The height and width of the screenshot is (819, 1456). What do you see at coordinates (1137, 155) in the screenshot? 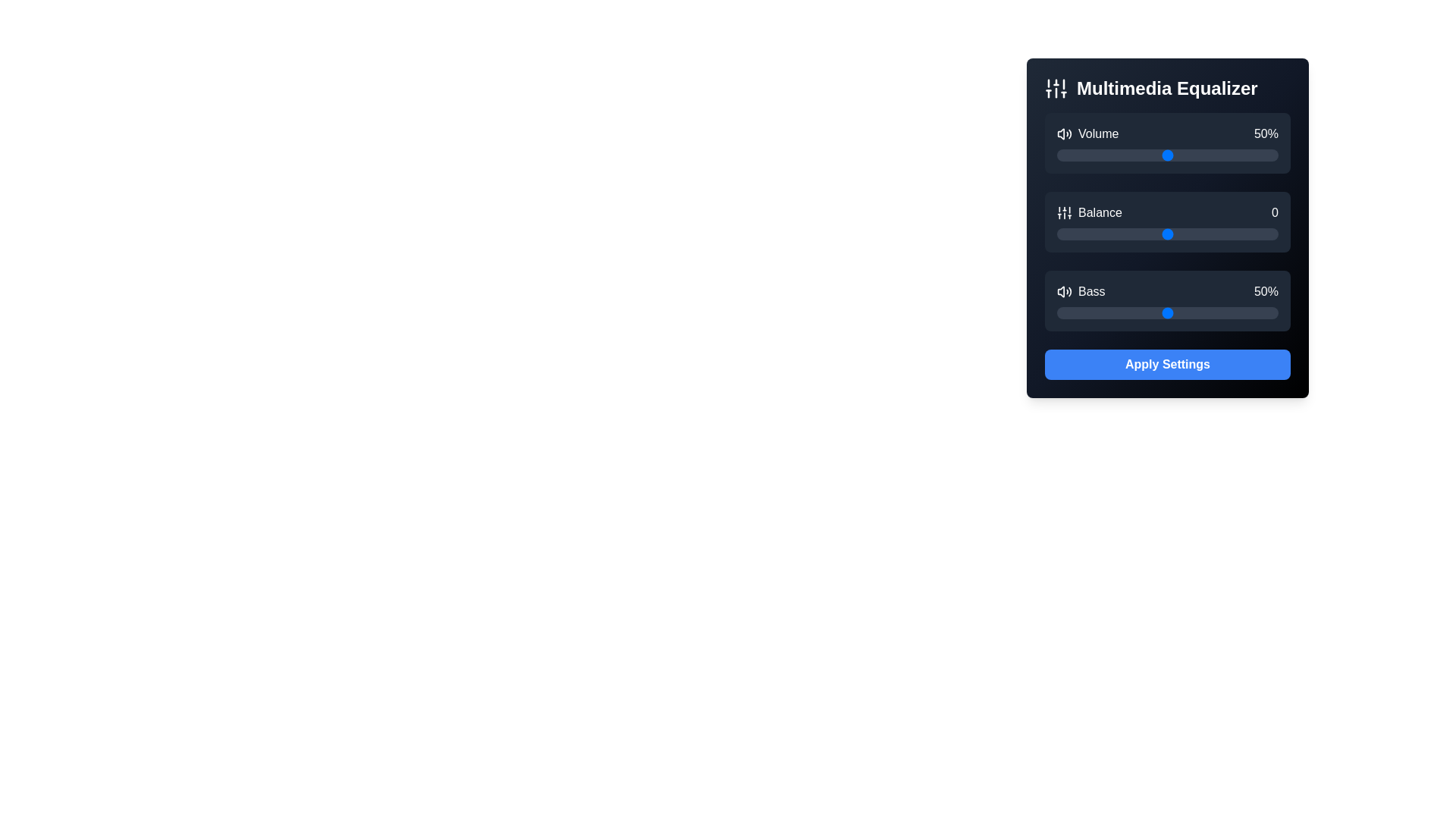
I see `the volume level` at bounding box center [1137, 155].